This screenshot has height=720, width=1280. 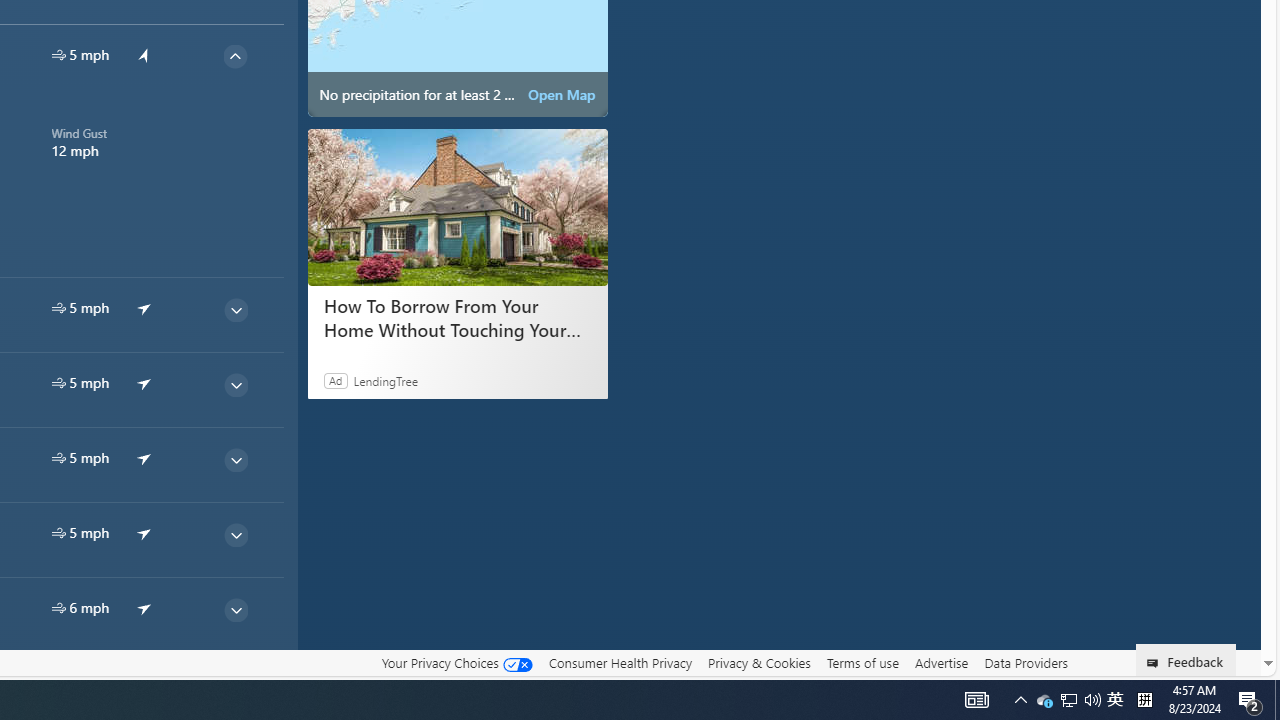 I want to click on 'Data Providers', so click(x=1025, y=662).